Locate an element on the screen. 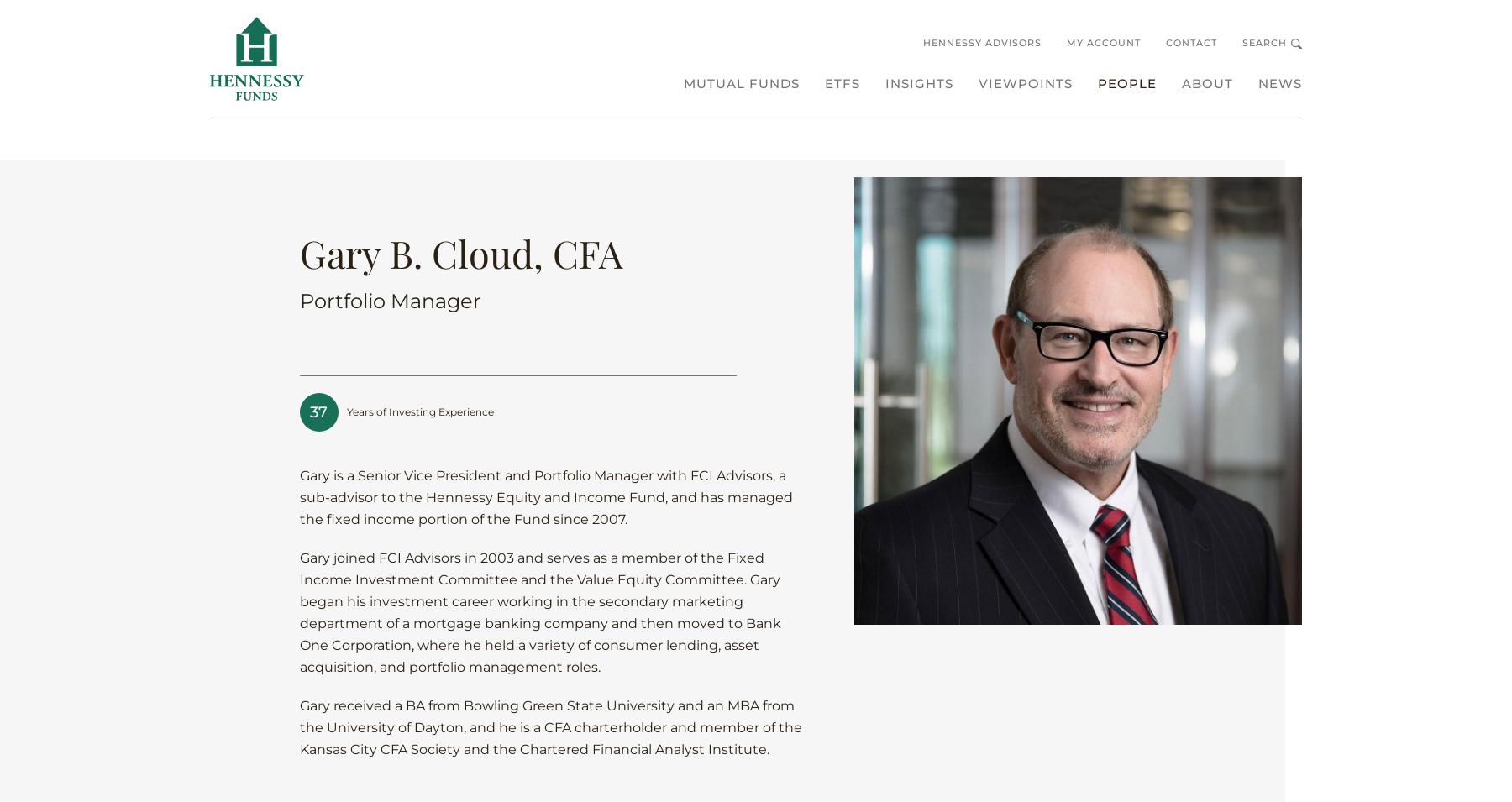 The height and width of the screenshot is (802, 1512). 'Contact' is located at coordinates (1190, 41).